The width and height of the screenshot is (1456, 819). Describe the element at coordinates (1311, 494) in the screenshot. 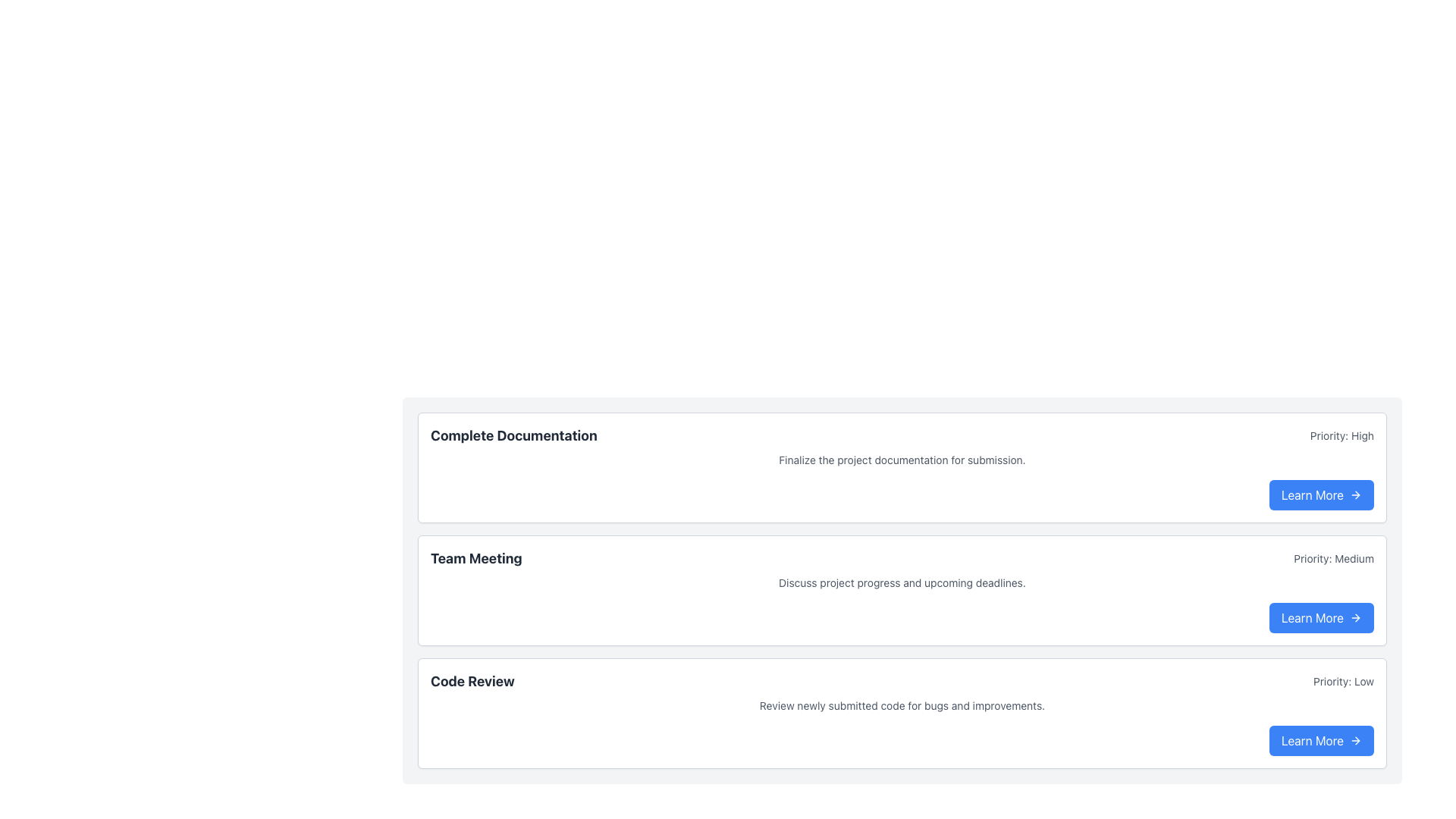

I see `the button labeled 'Learn More' which is styled with white text on a blue background, located on the right side of the first row of information blocks, adjacent to an arrow icon` at that location.